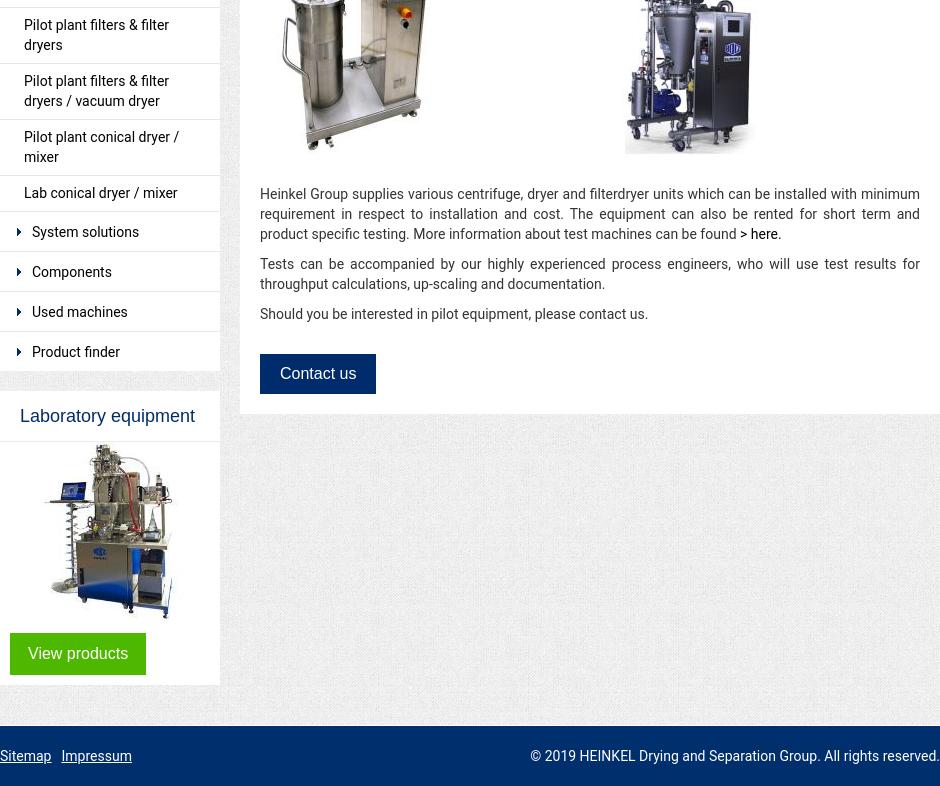 Image resolution: width=940 pixels, height=786 pixels. I want to click on 'Lab conical dryer / mixer', so click(100, 191).